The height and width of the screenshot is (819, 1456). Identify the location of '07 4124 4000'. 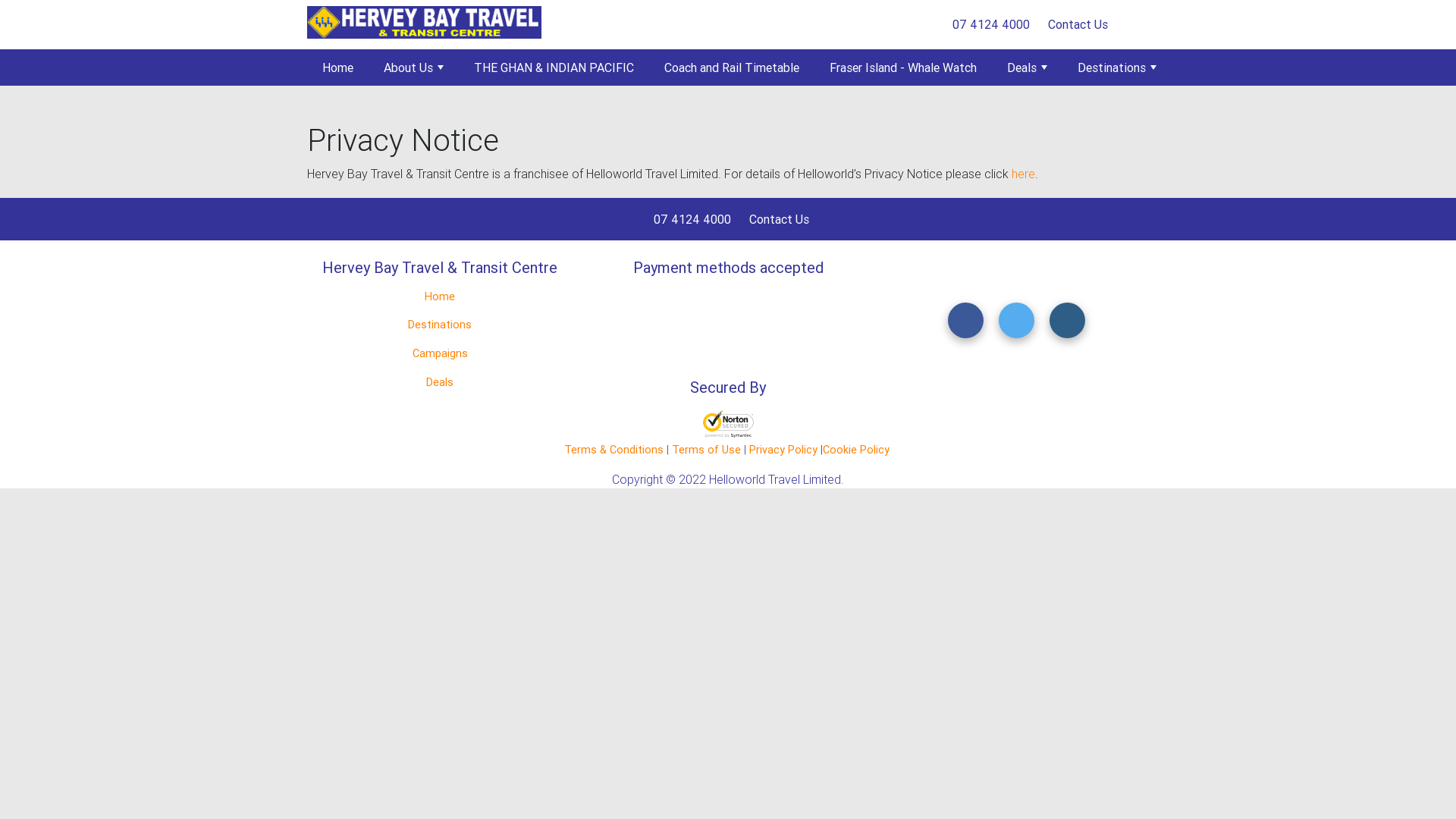
(688, 219).